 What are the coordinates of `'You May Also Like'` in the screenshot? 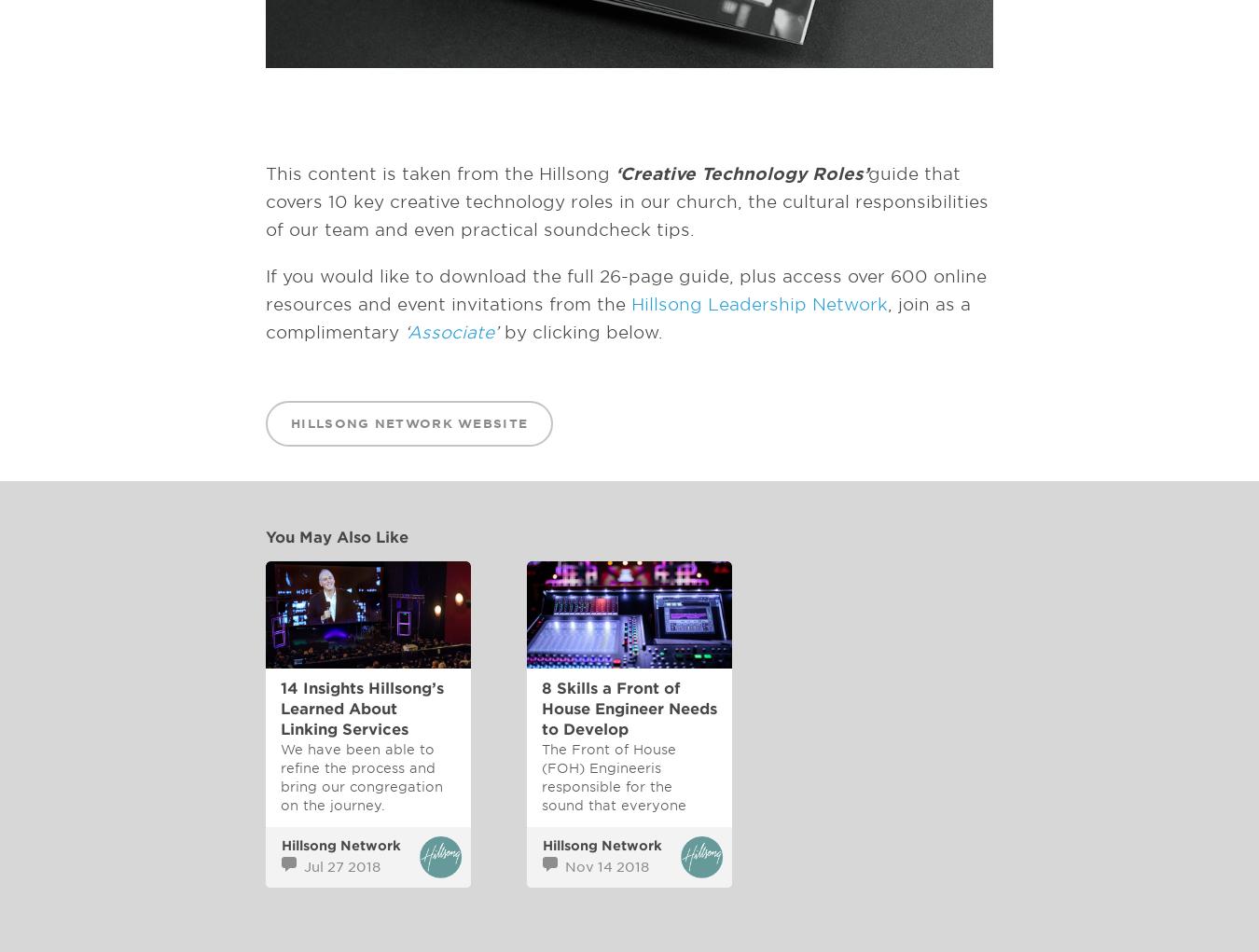 It's located at (337, 536).